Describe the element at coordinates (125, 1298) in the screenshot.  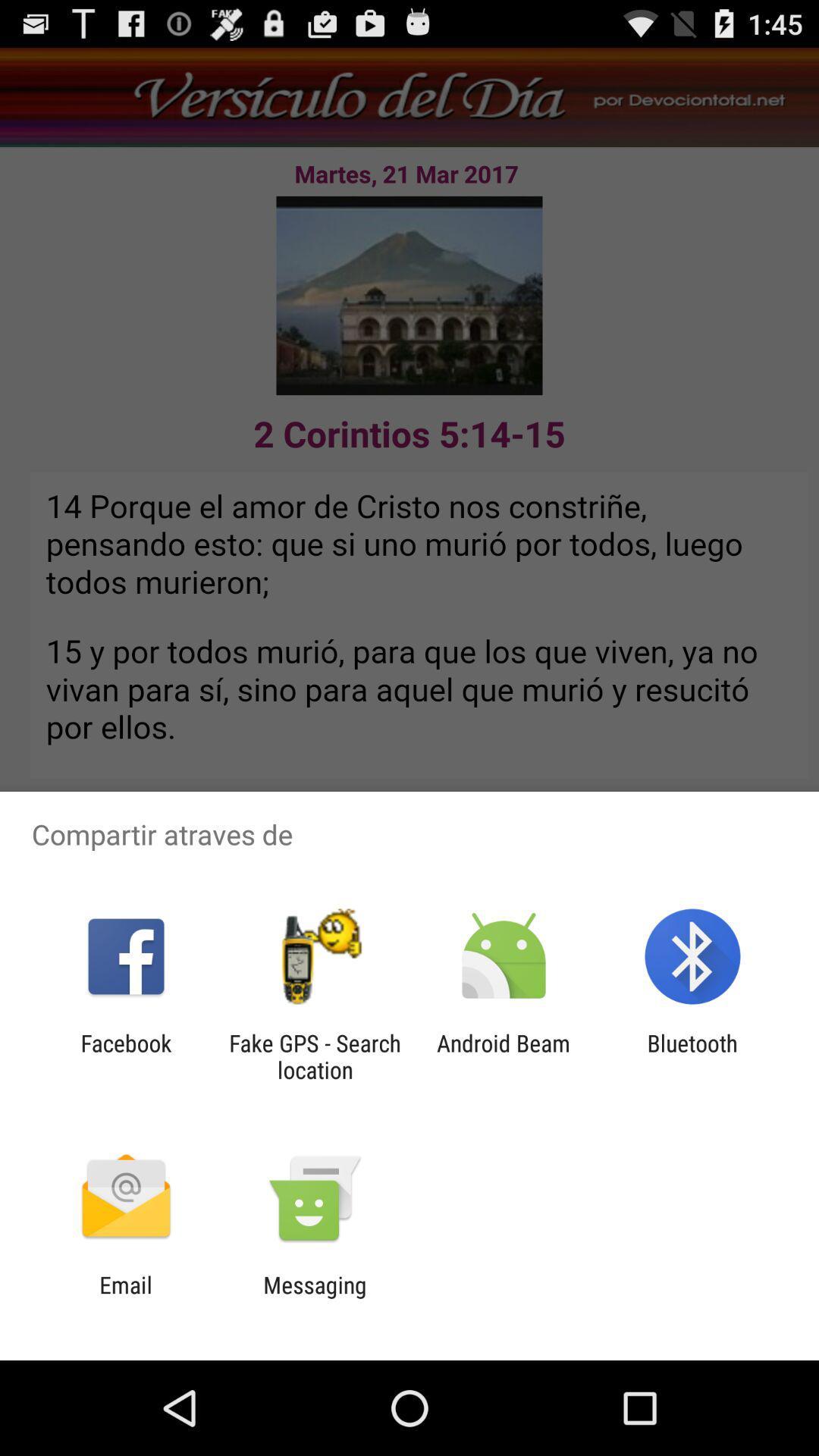
I see `the email icon` at that location.